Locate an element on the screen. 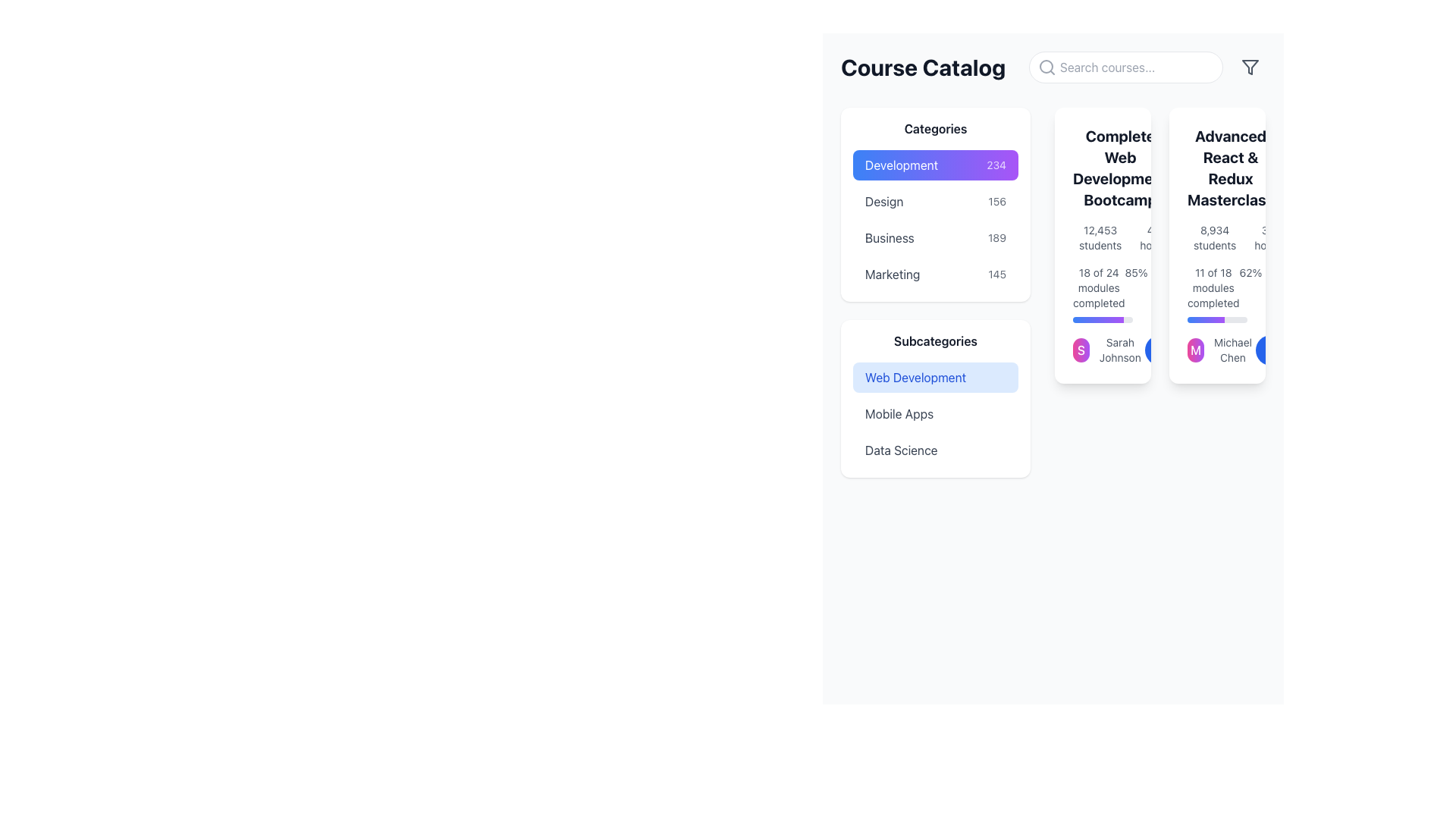  the small text displaying the number '156', which is aligned to the right of the word 'Design' in the upper region of the 'Categories' section is located at coordinates (997, 201).